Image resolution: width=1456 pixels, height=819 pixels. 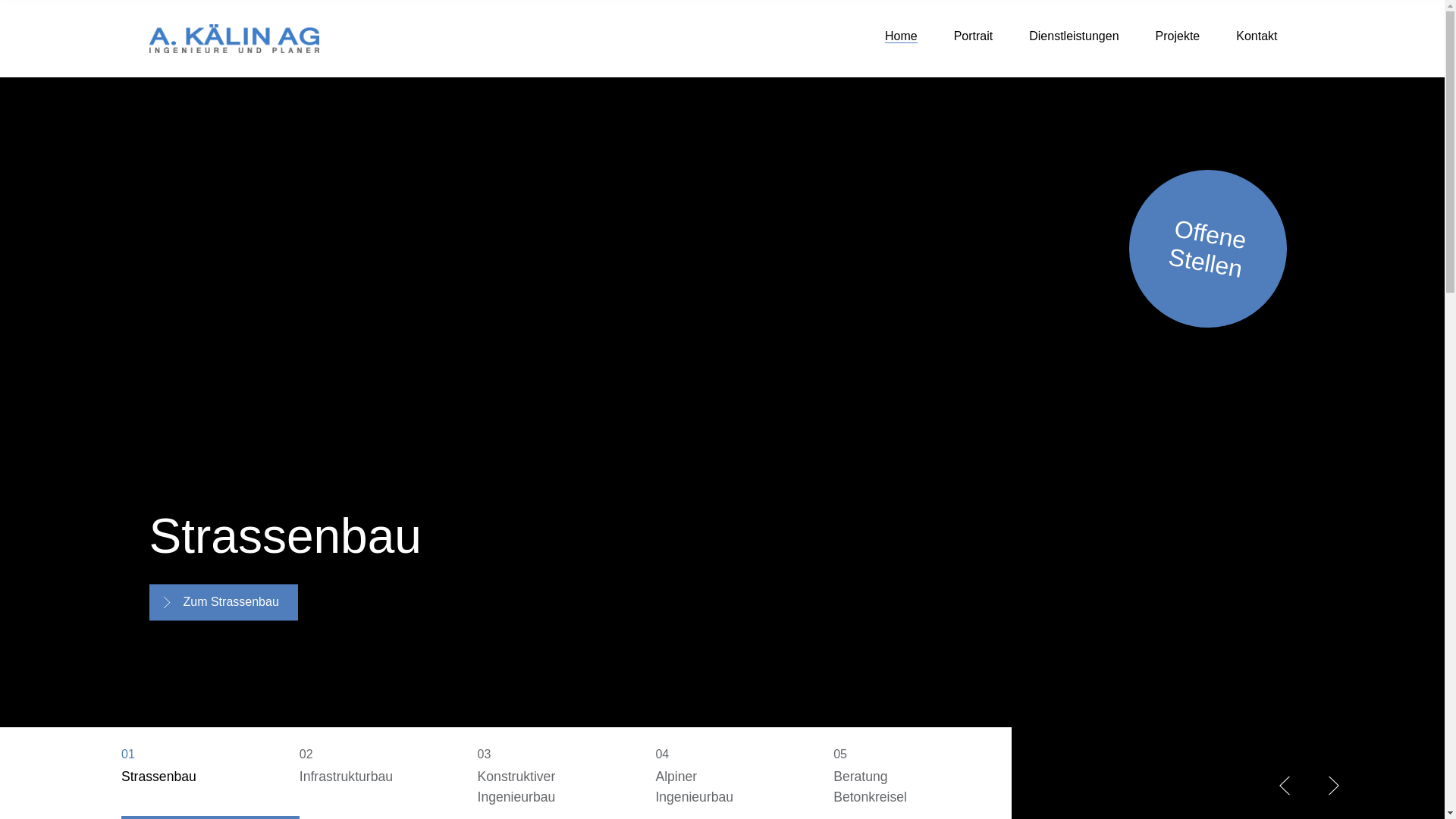 I want to click on 'Offene, so click(x=1195, y=237).